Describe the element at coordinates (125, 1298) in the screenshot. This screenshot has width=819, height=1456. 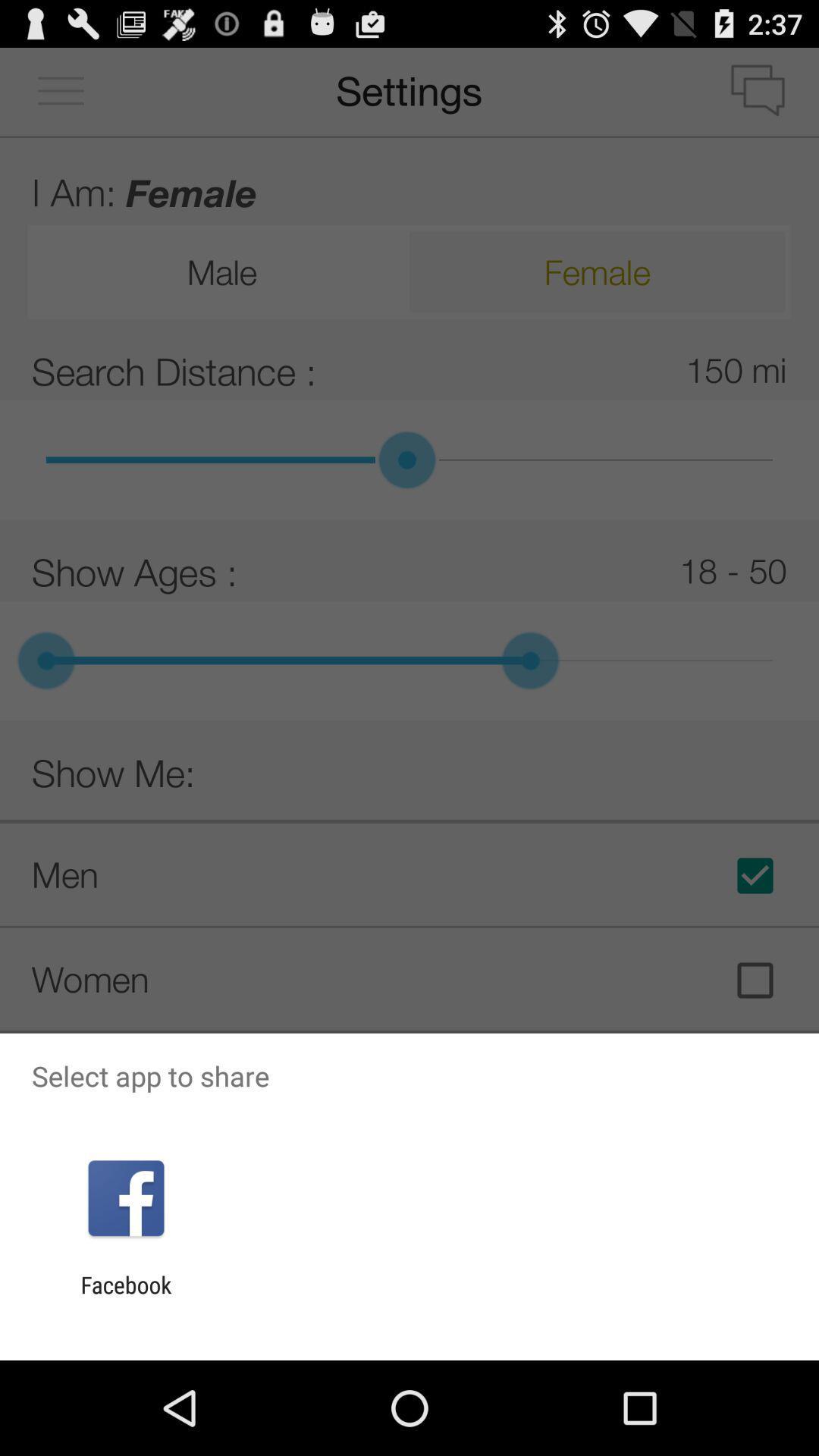
I see `facebook` at that location.